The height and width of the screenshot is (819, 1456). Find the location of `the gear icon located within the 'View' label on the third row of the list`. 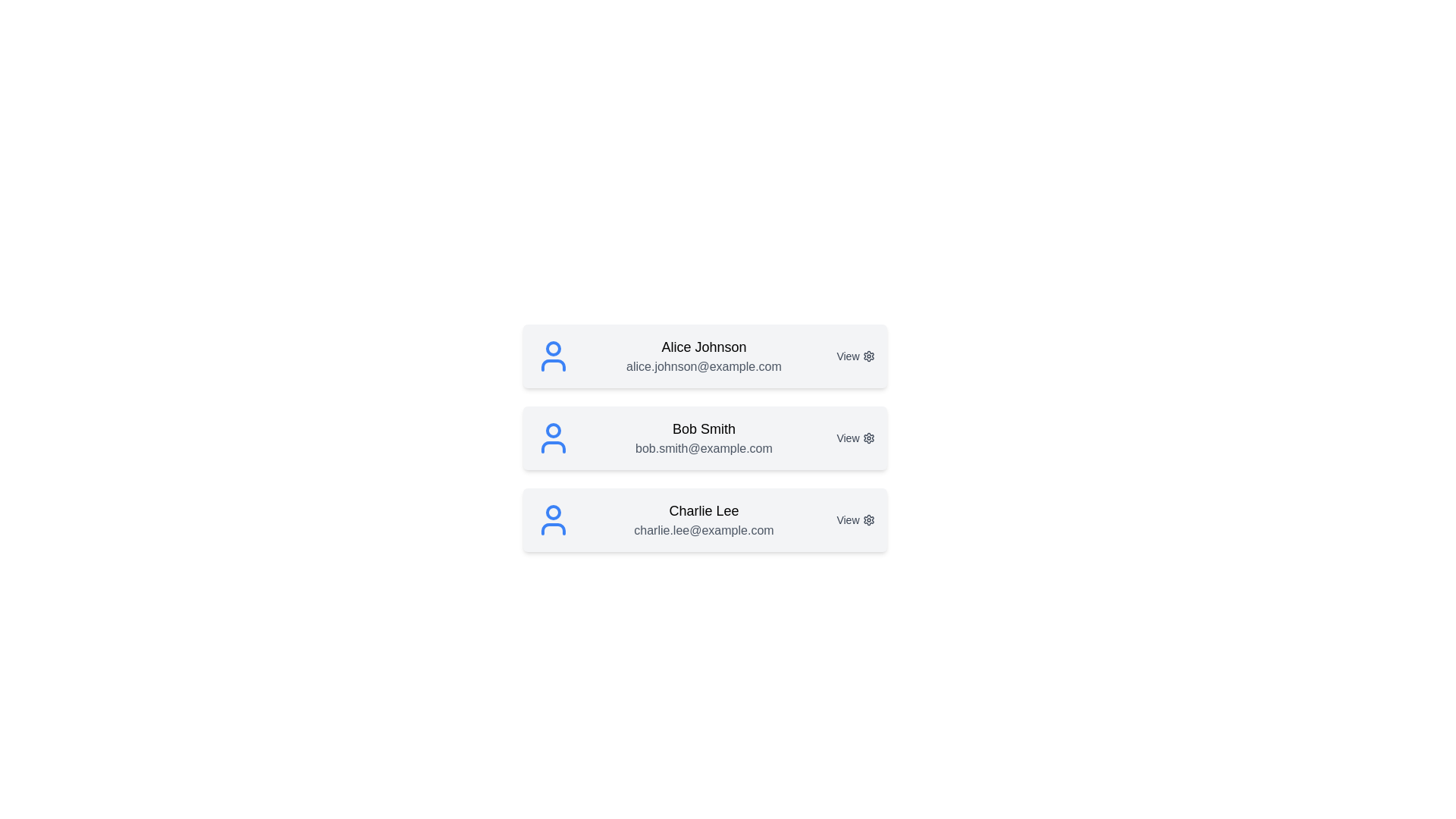

the gear icon located within the 'View' label on the third row of the list is located at coordinates (868, 519).